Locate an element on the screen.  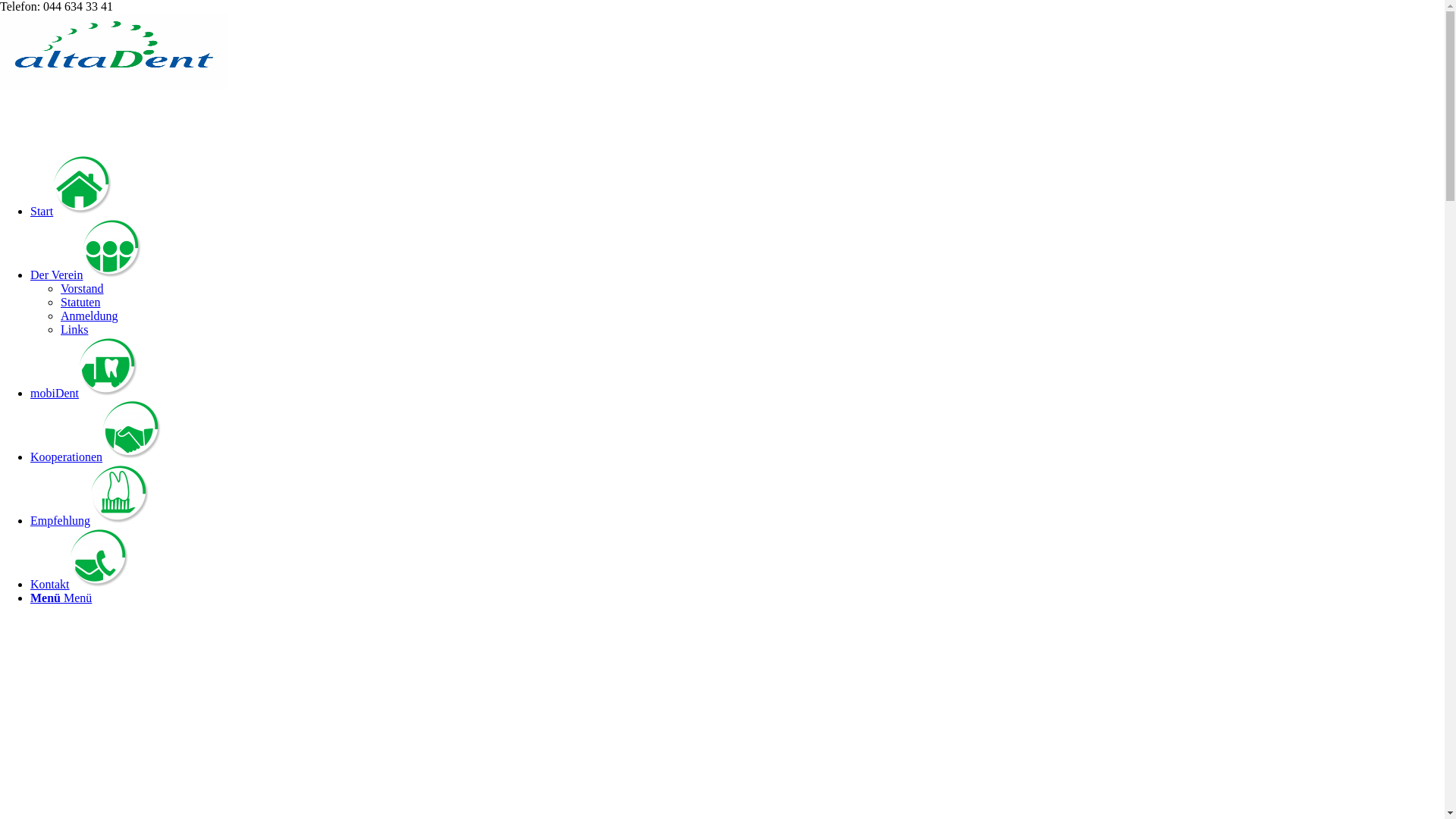
'Kooperationen' is located at coordinates (96, 456).